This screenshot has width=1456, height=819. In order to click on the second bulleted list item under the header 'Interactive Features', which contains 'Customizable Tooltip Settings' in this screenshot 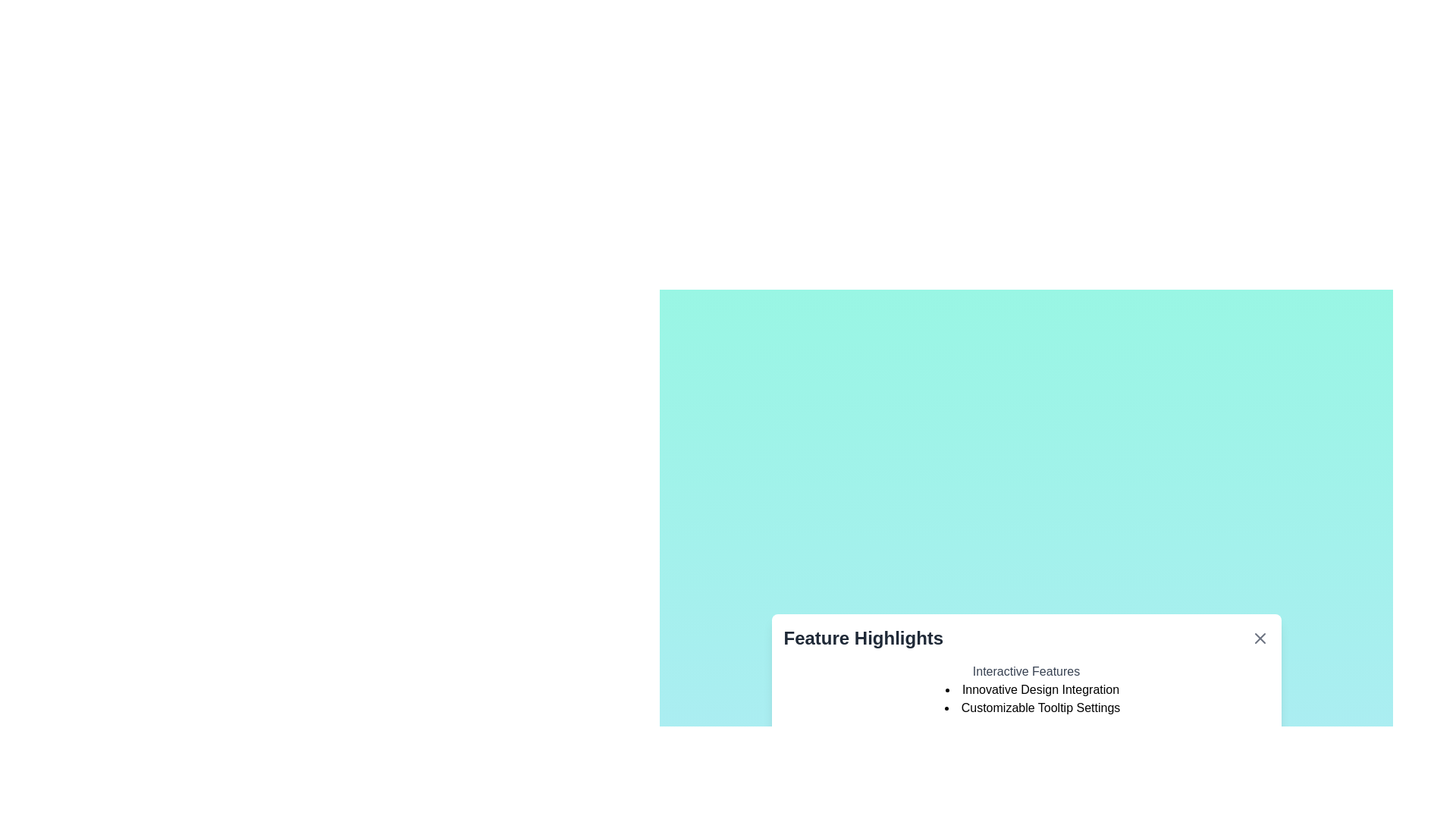, I will do `click(1026, 698)`.